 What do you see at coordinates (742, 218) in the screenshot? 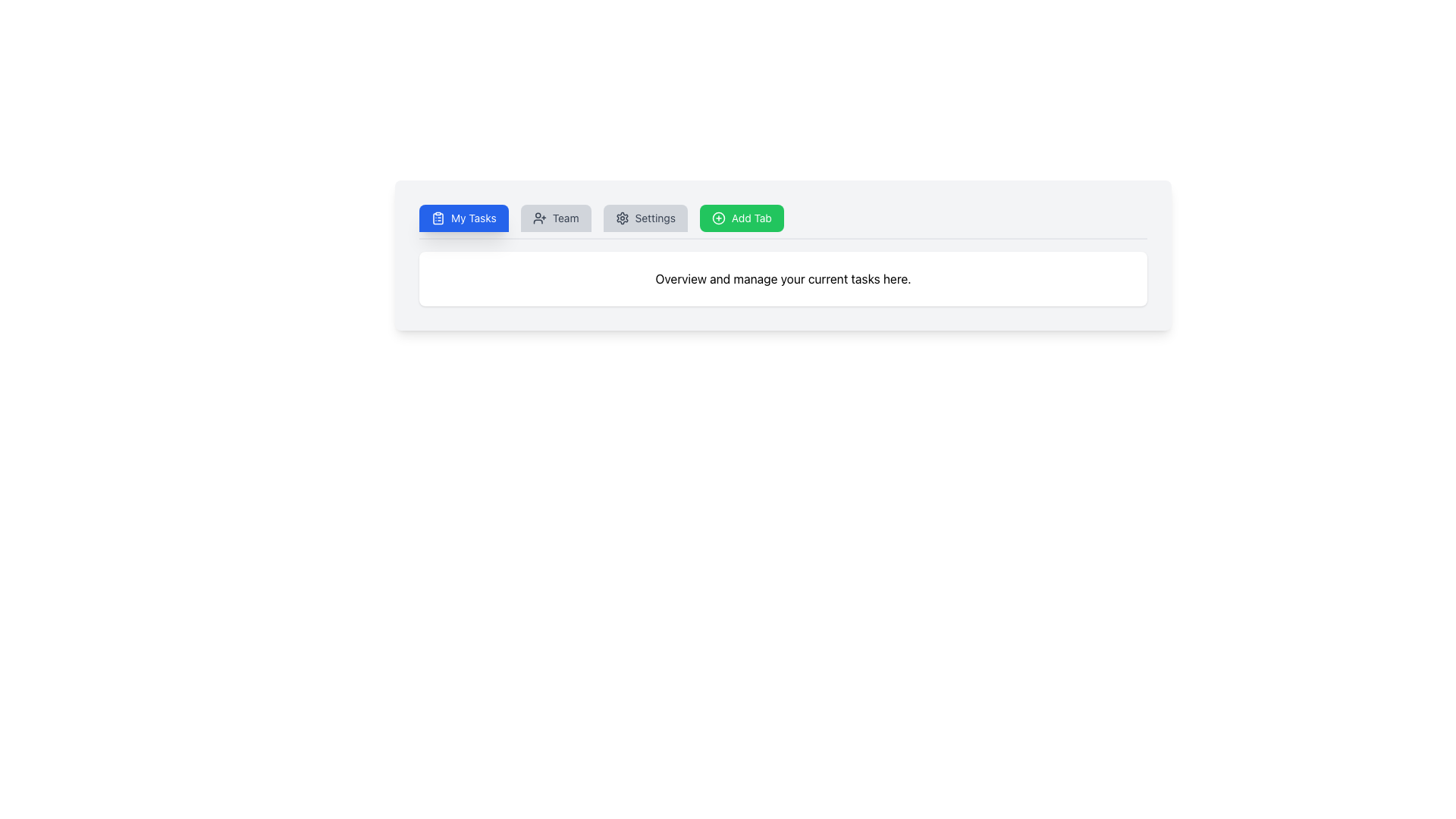
I see `the 'Add Tab' button located on the top navigation bar to the far right, following the 'Settings' button` at bounding box center [742, 218].